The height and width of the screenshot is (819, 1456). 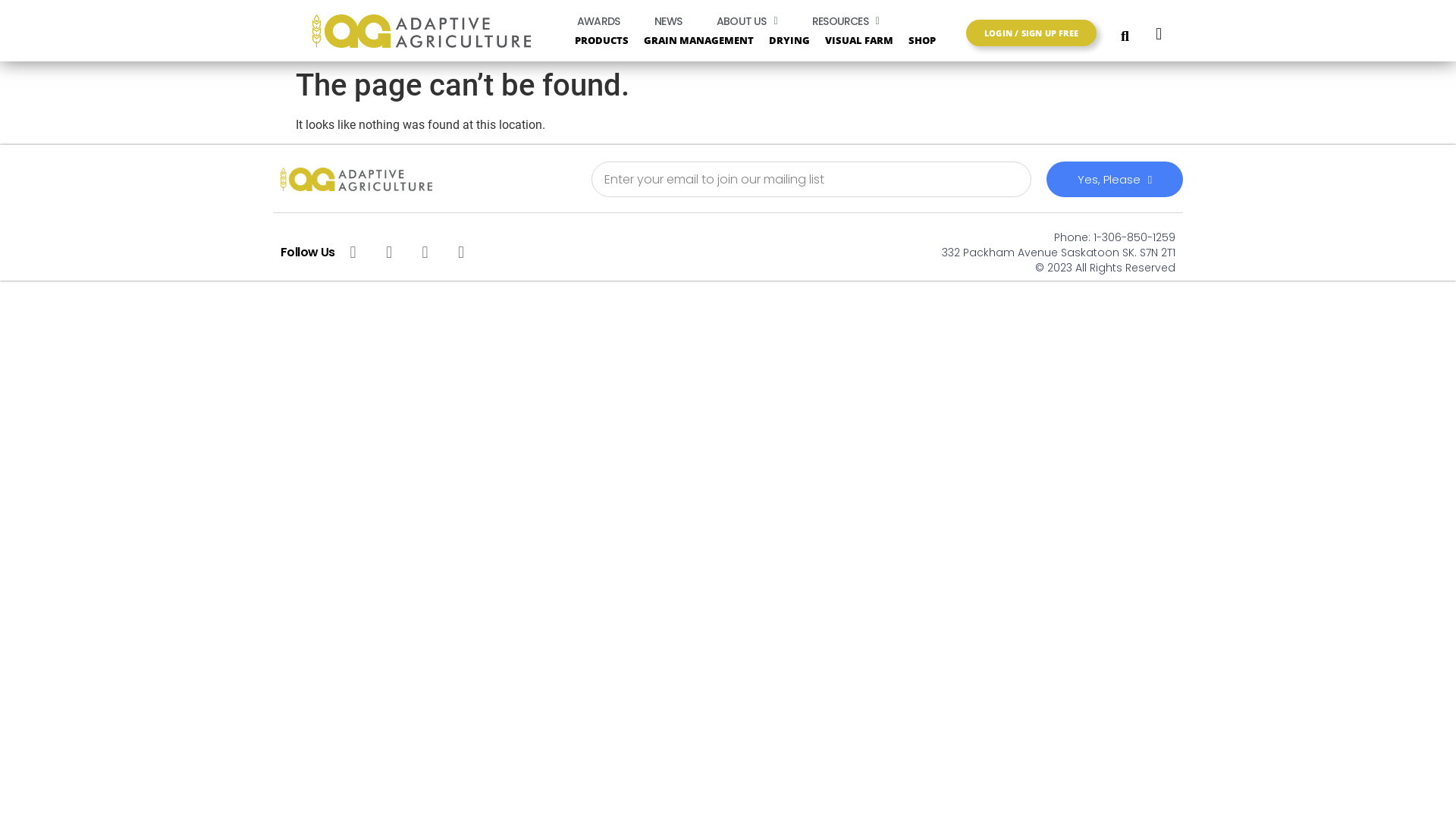 What do you see at coordinates (1031, 33) in the screenshot?
I see `'LOGIN / SIGN UP FREE'` at bounding box center [1031, 33].